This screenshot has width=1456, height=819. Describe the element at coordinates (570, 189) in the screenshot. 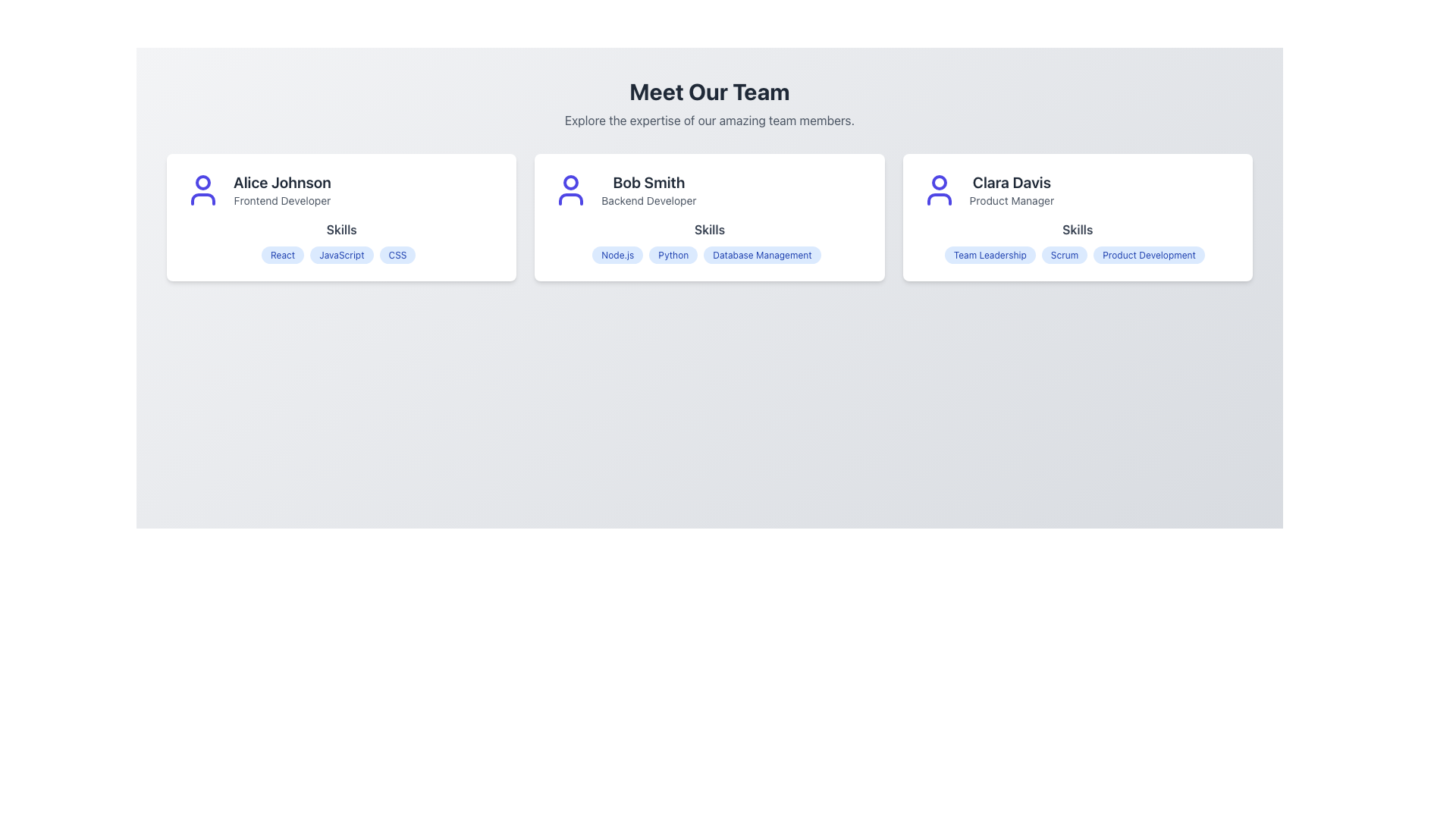

I see `the user profile icon, which is a vibrant indigo silhouette of a user avatar, located towards the left side of the section labeled 'Bob Smith Backend Developer'` at that location.